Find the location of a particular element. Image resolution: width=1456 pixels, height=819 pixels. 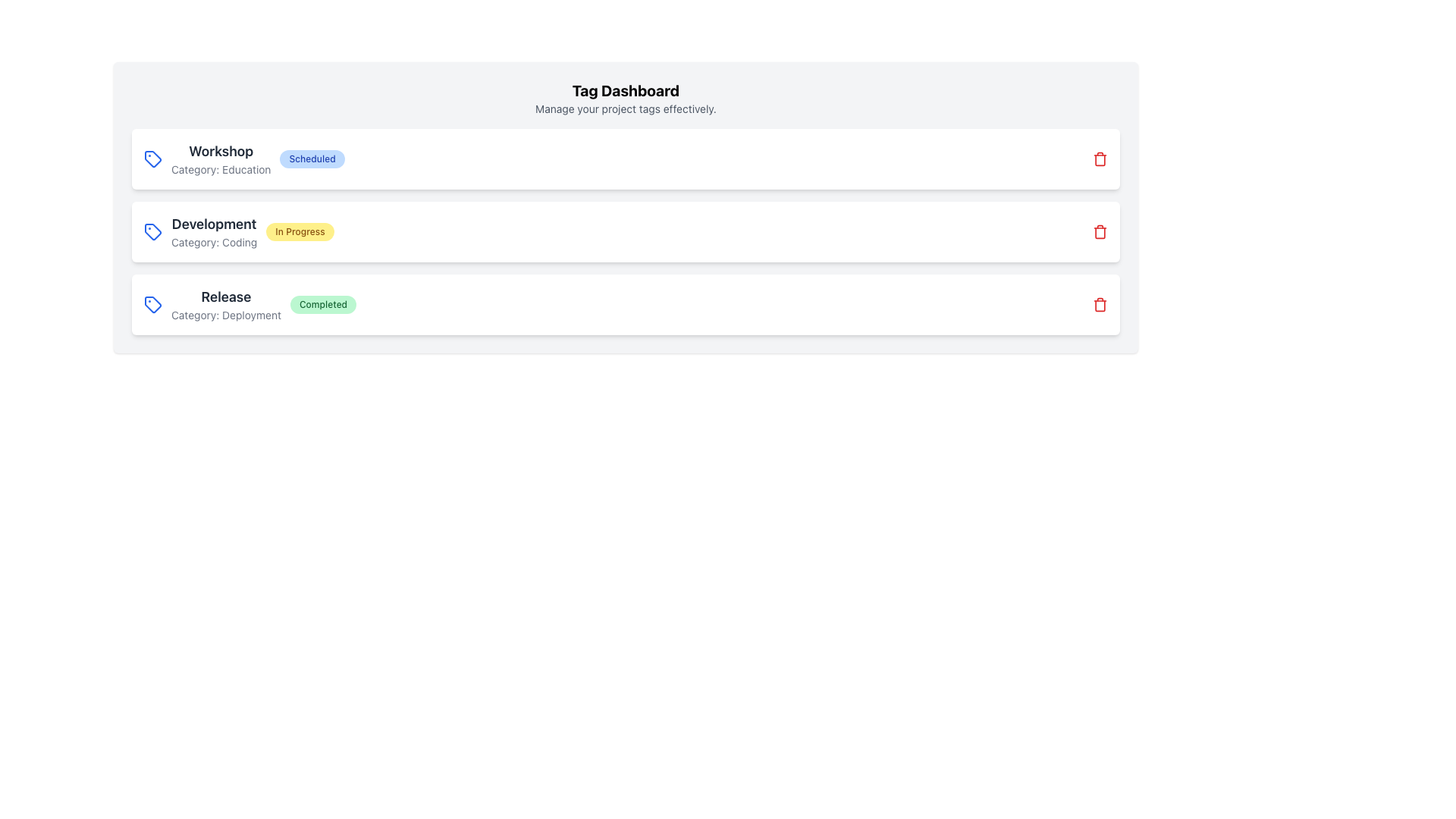

the second text label that displays category information for the development item, positioned below the 'Development' label is located at coordinates (213, 242).